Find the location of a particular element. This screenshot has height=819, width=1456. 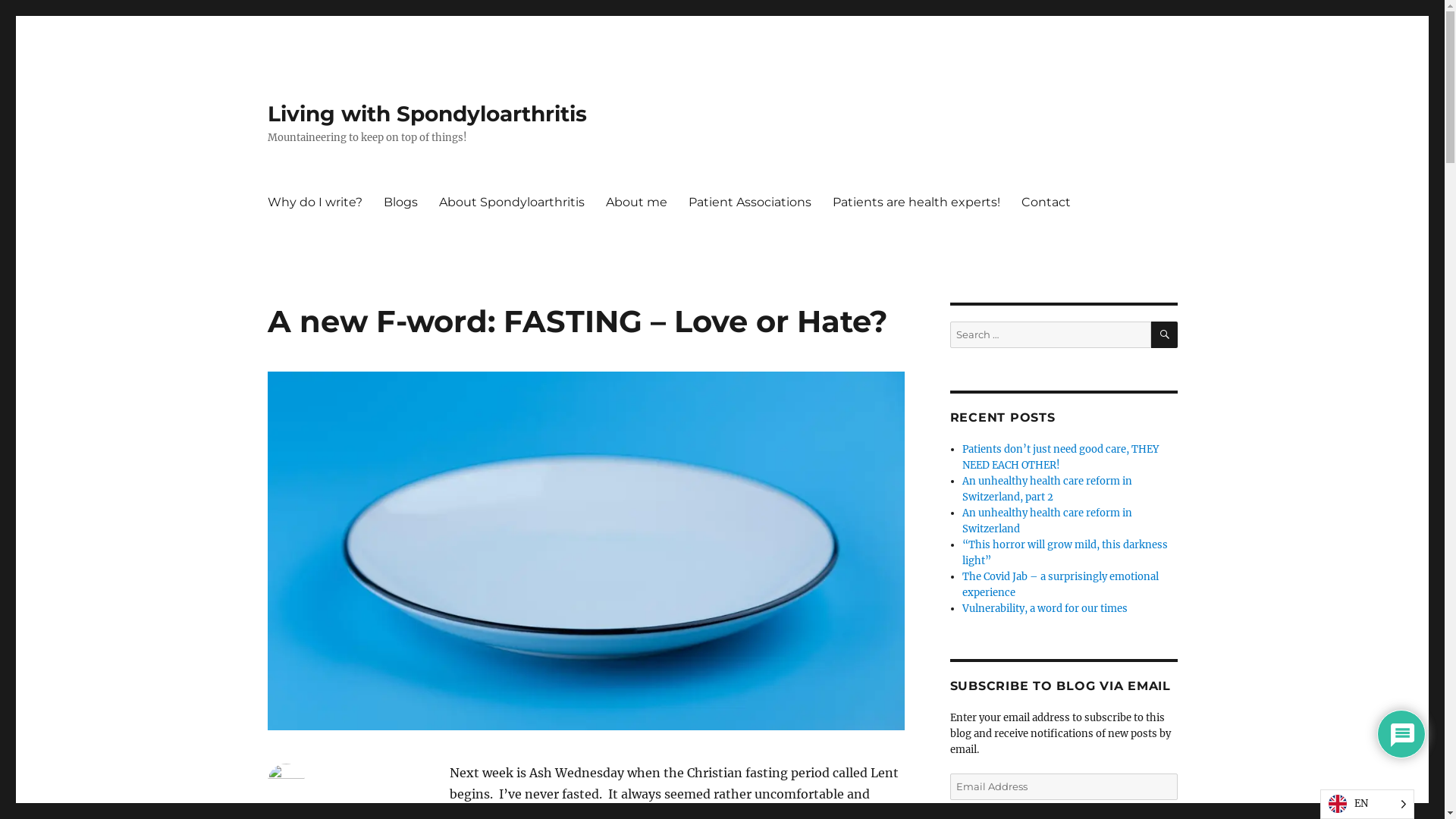

'Blogs' is located at coordinates (400, 201).